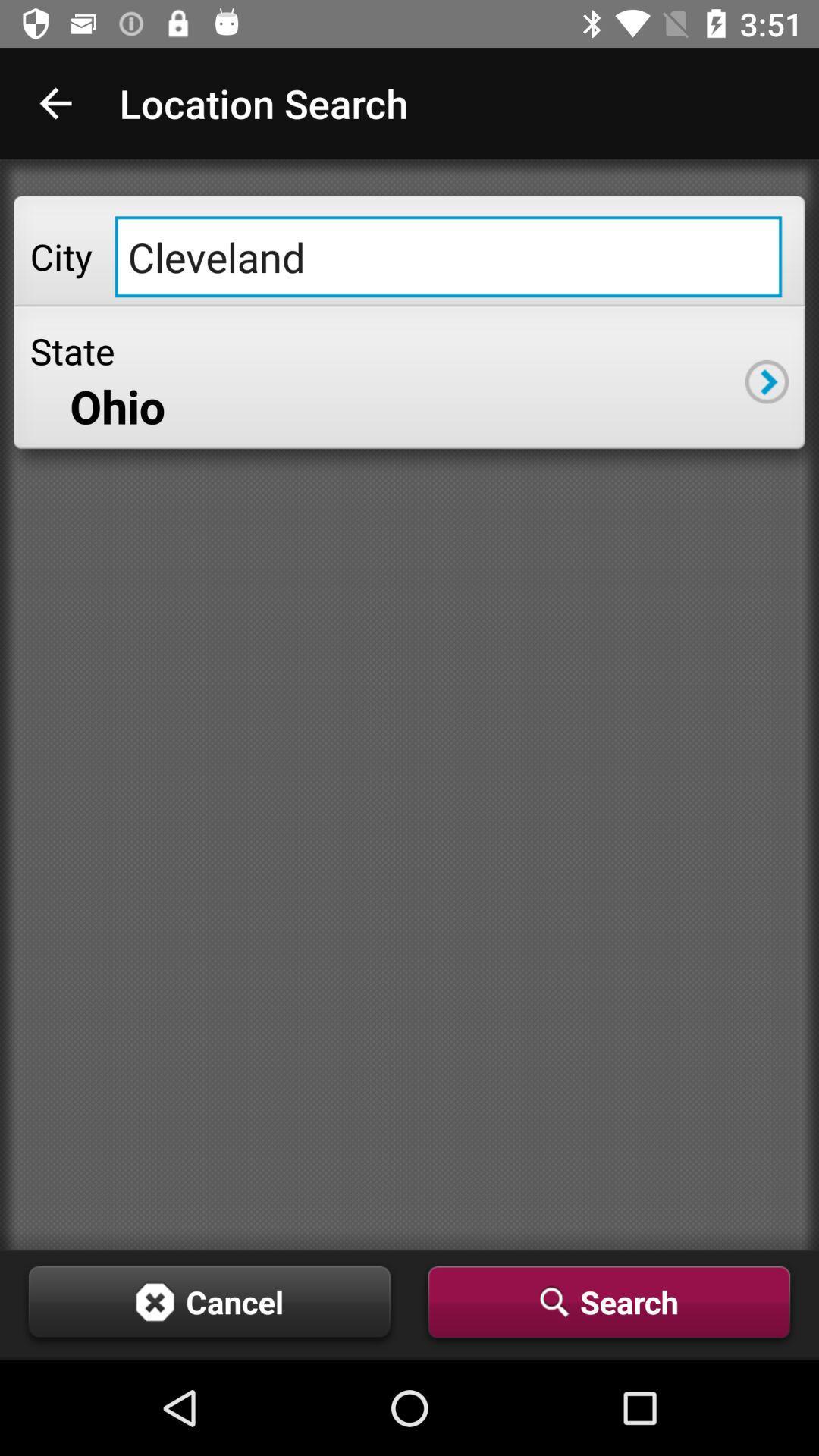  Describe the element at coordinates (447, 256) in the screenshot. I see `the item next to city icon` at that location.